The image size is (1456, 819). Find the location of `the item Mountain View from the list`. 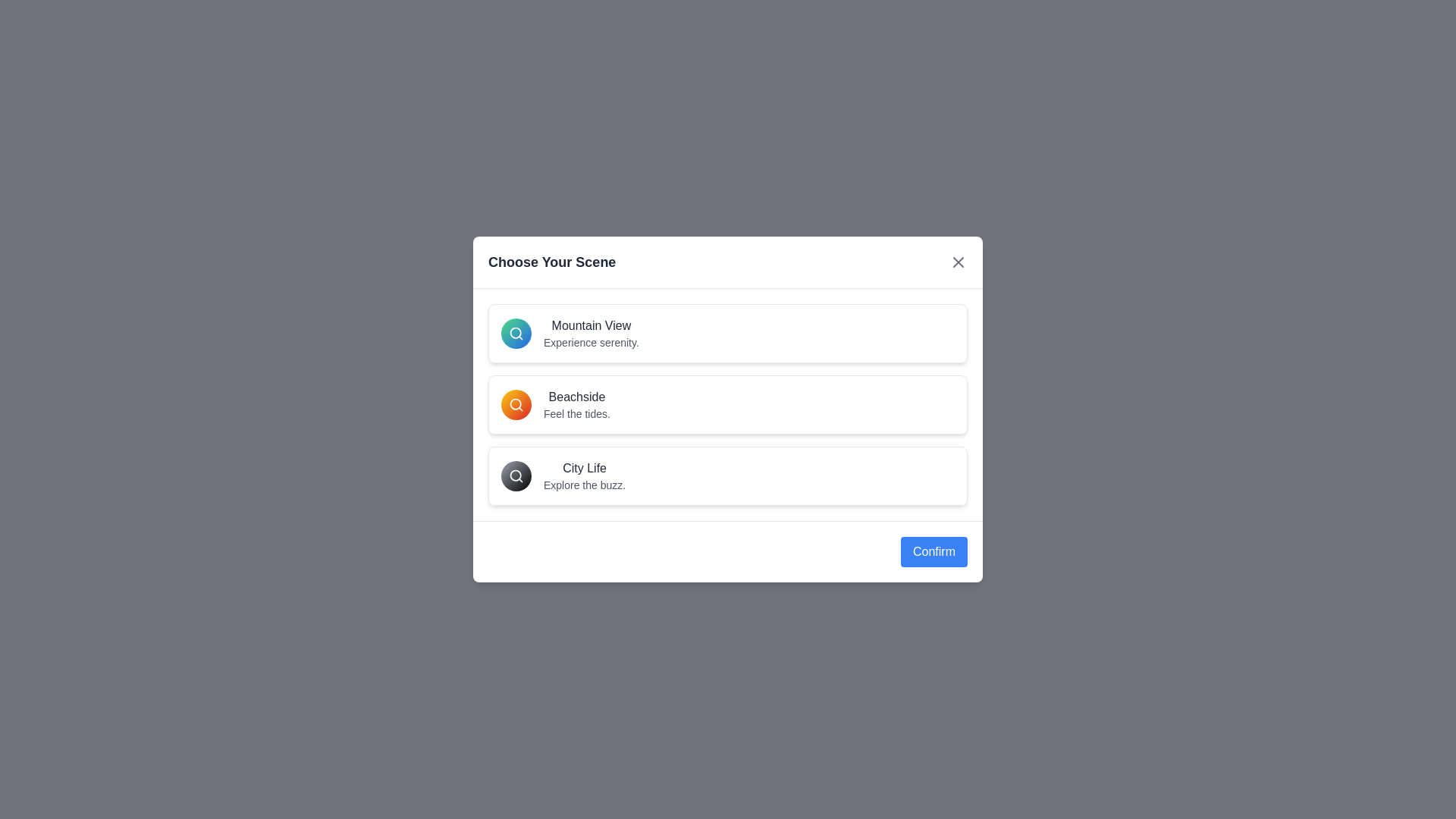

the item Mountain View from the list is located at coordinates (728, 332).